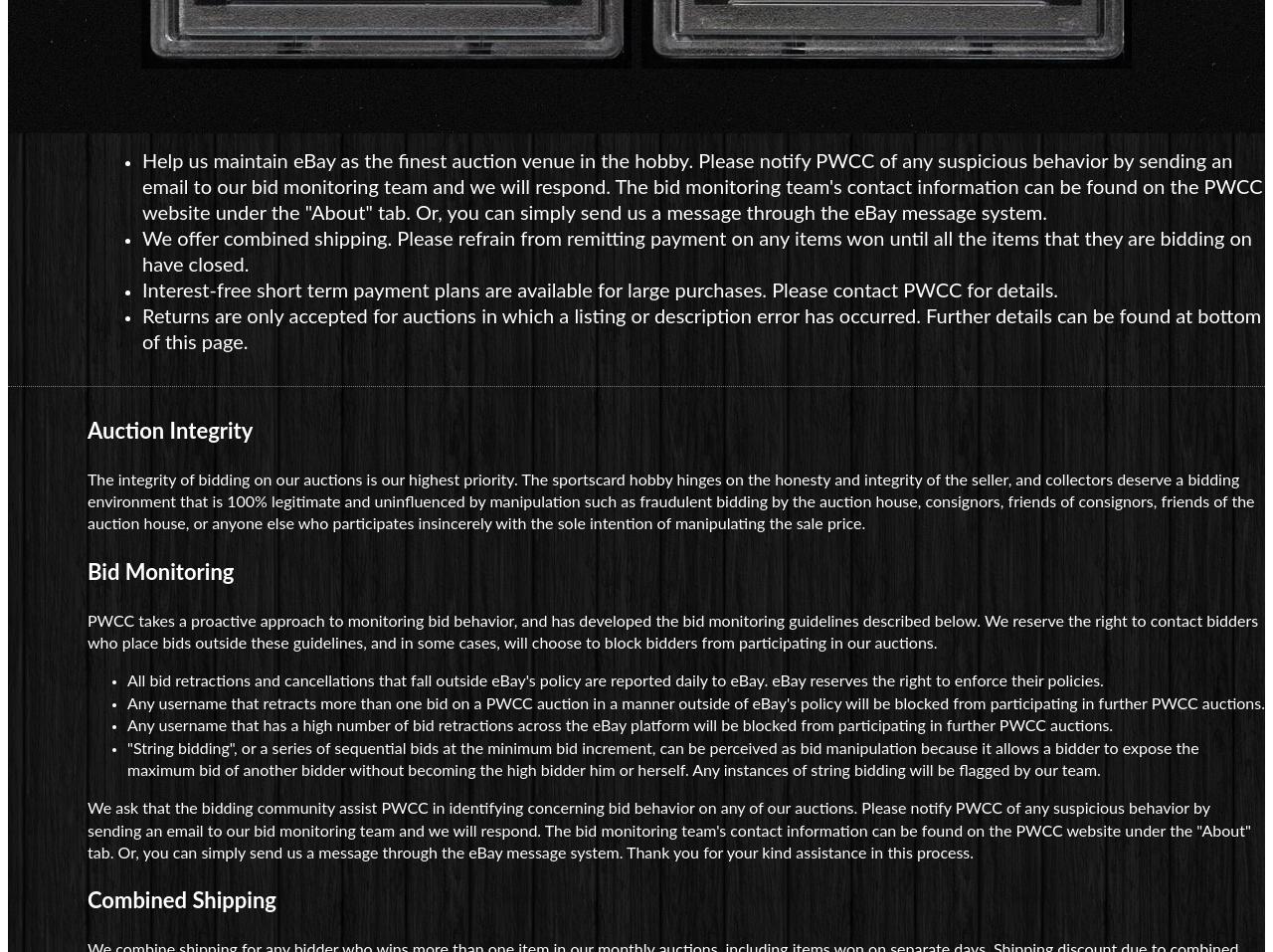  Describe the element at coordinates (701, 329) in the screenshot. I see `'Returns are only accepted for auctions in which a listing or description error has occurred. Further details can be found at bottom of this page.'` at that location.